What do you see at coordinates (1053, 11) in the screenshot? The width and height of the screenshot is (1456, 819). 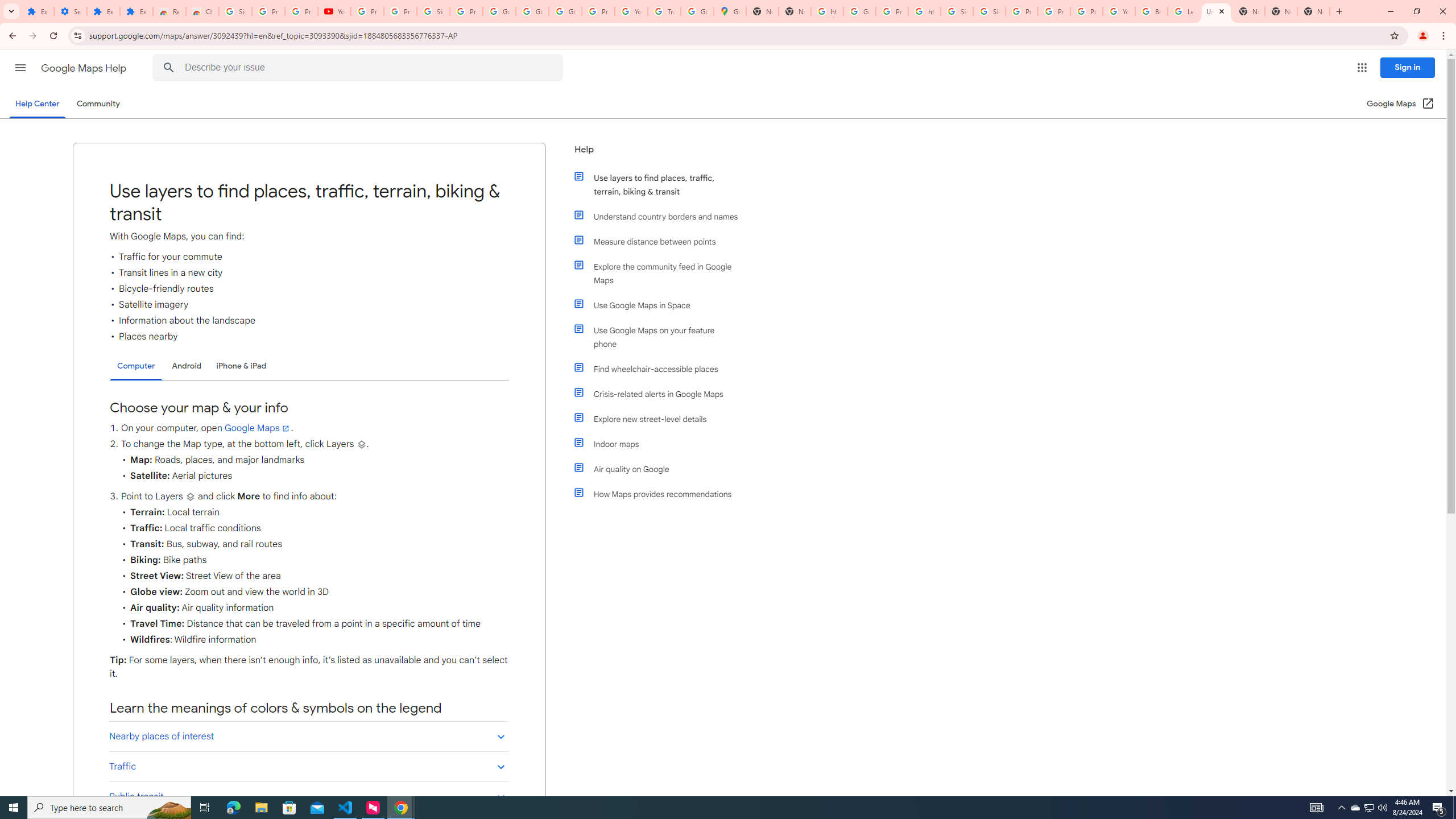 I see `'Privacy Help Center - Policies Help'` at bounding box center [1053, 11].